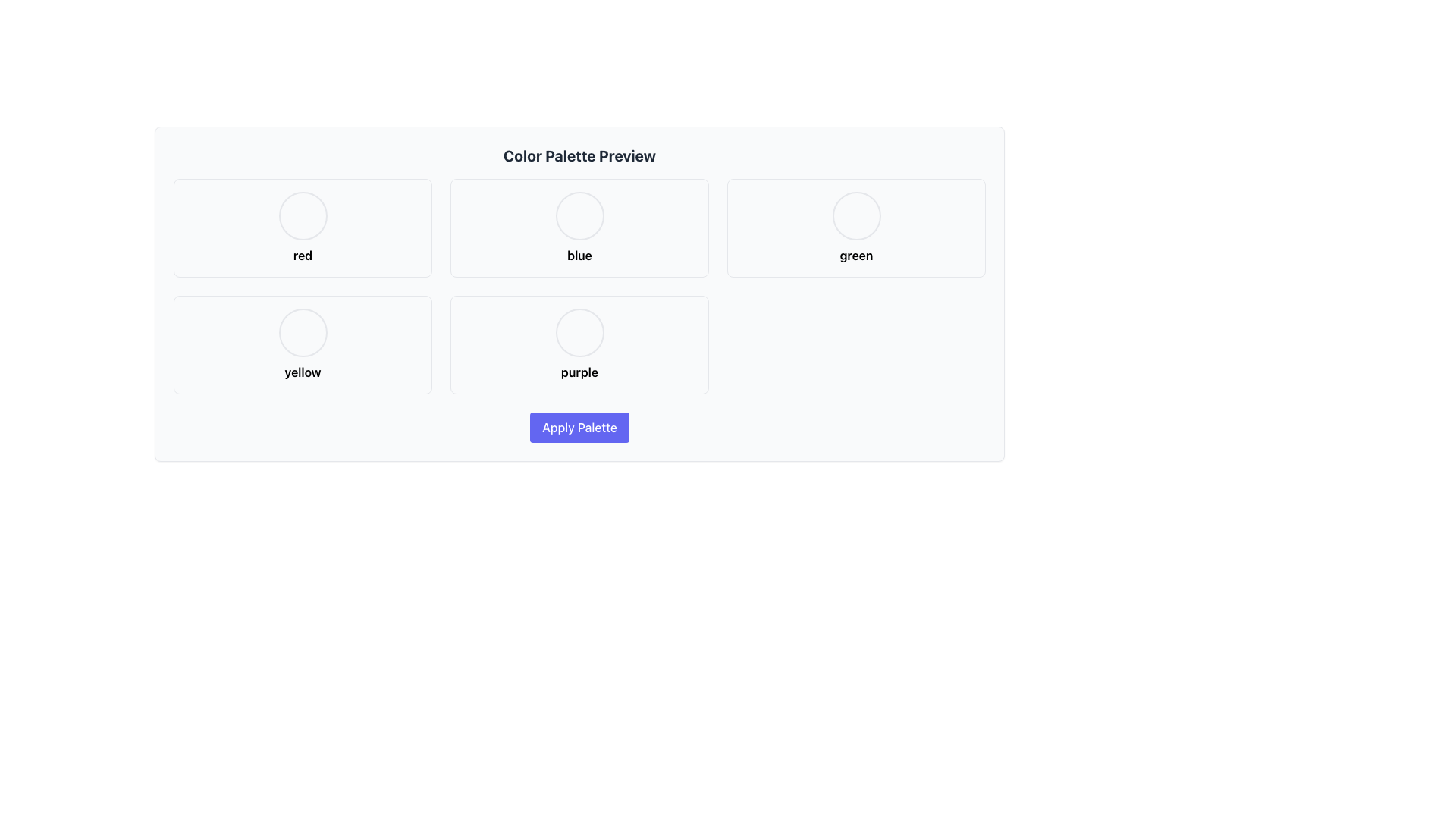  I want to click on bold text label displaying the word 'blue' located in the center column of the top row, positioned directly beneath a blue circular element, so click(579, 254).